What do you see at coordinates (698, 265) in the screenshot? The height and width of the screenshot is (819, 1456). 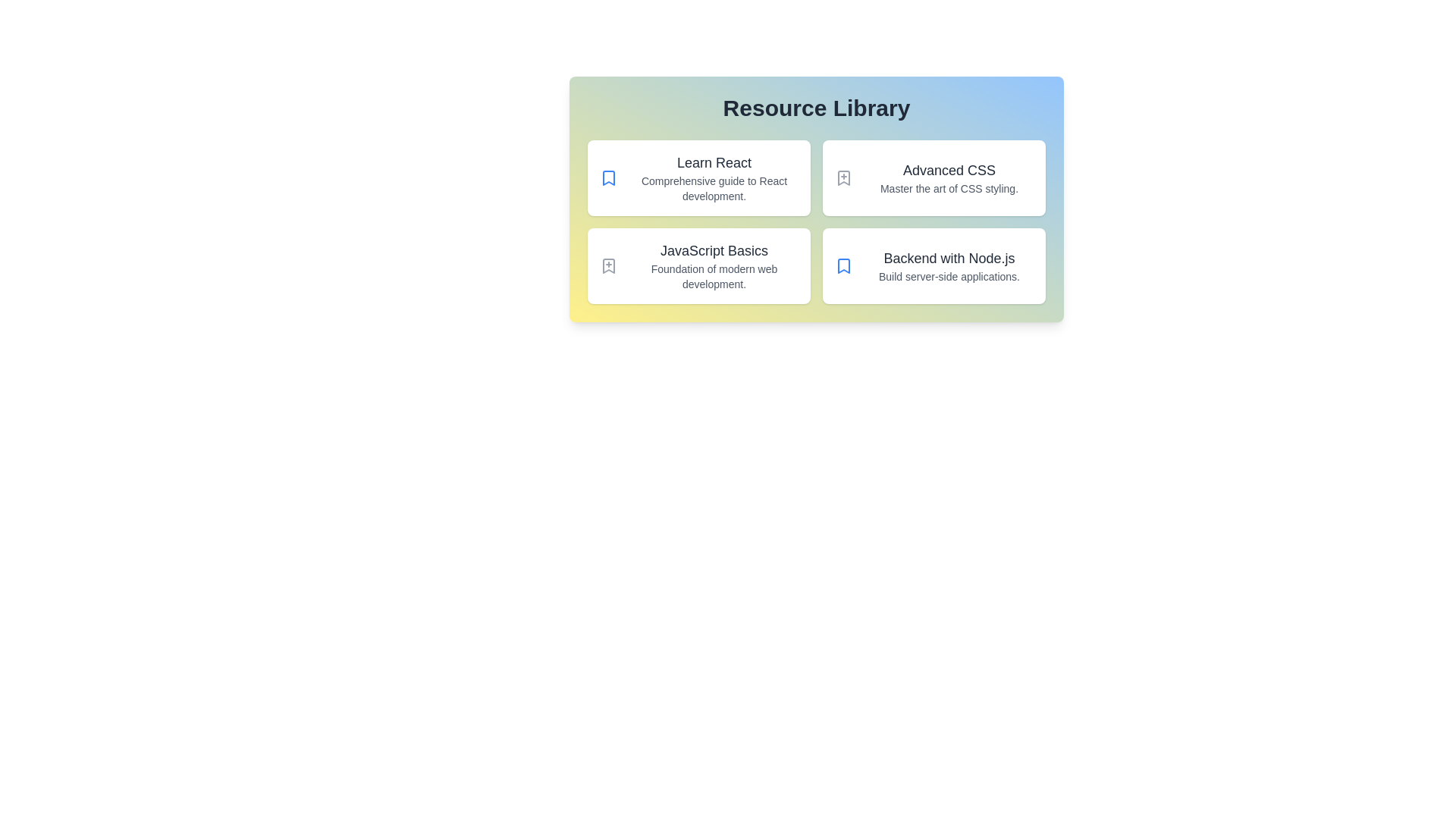 I see `the resource card titled JavaScript Basics` at bounding box center [698, 265].